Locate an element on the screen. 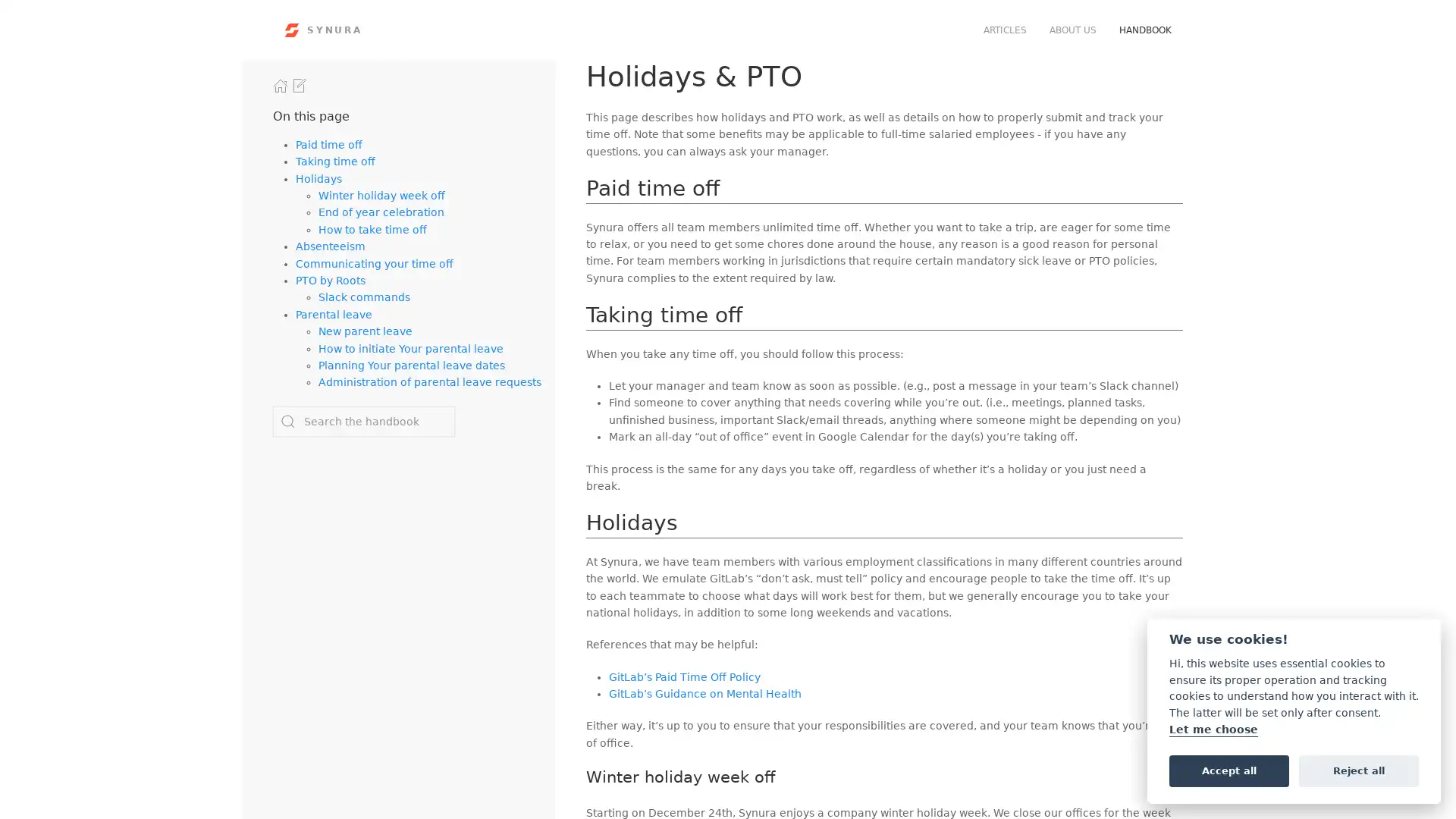 The height and width of the screenshot is (819, 1456). Accept all is located at coordinates (1228, 770).